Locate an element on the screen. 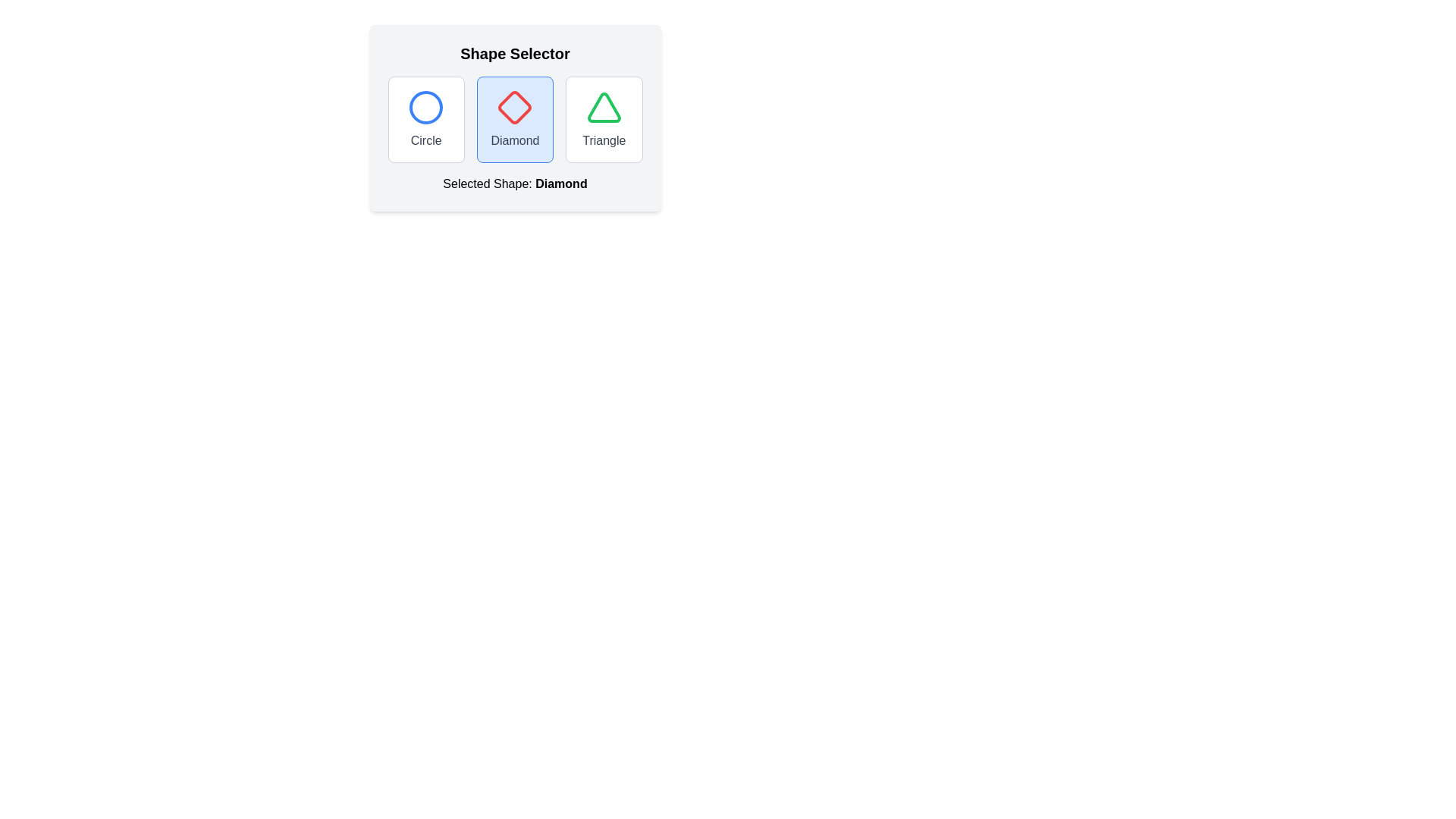 This screenshot has height=819, width=1456. the diamond-shaped graphical icon within the 'Diamond' button in the shape selector interface is located at coordinates (515, 107).